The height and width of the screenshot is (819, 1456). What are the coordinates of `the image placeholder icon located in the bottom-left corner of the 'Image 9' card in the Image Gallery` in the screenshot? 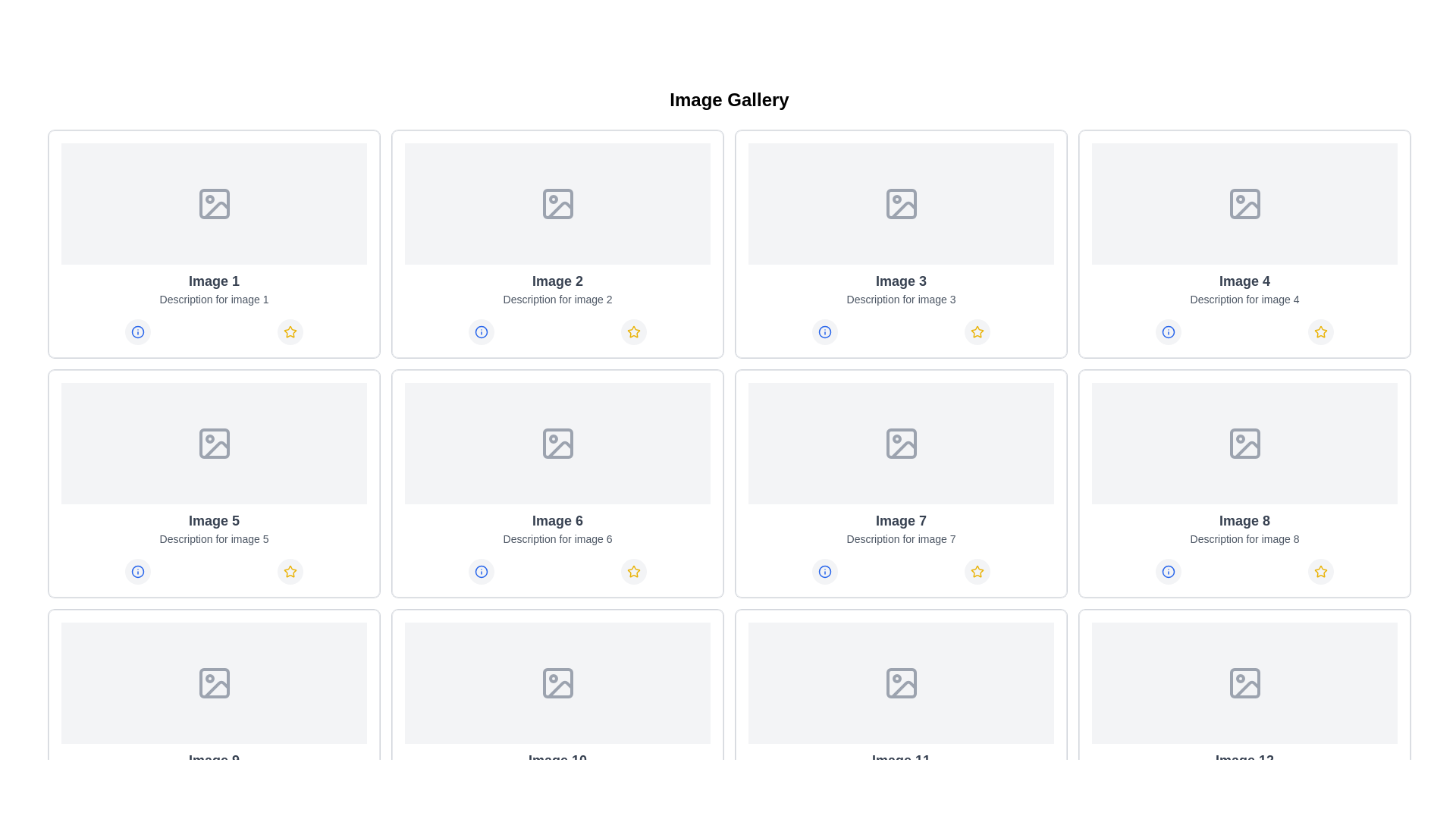 It's located at (213, 683).